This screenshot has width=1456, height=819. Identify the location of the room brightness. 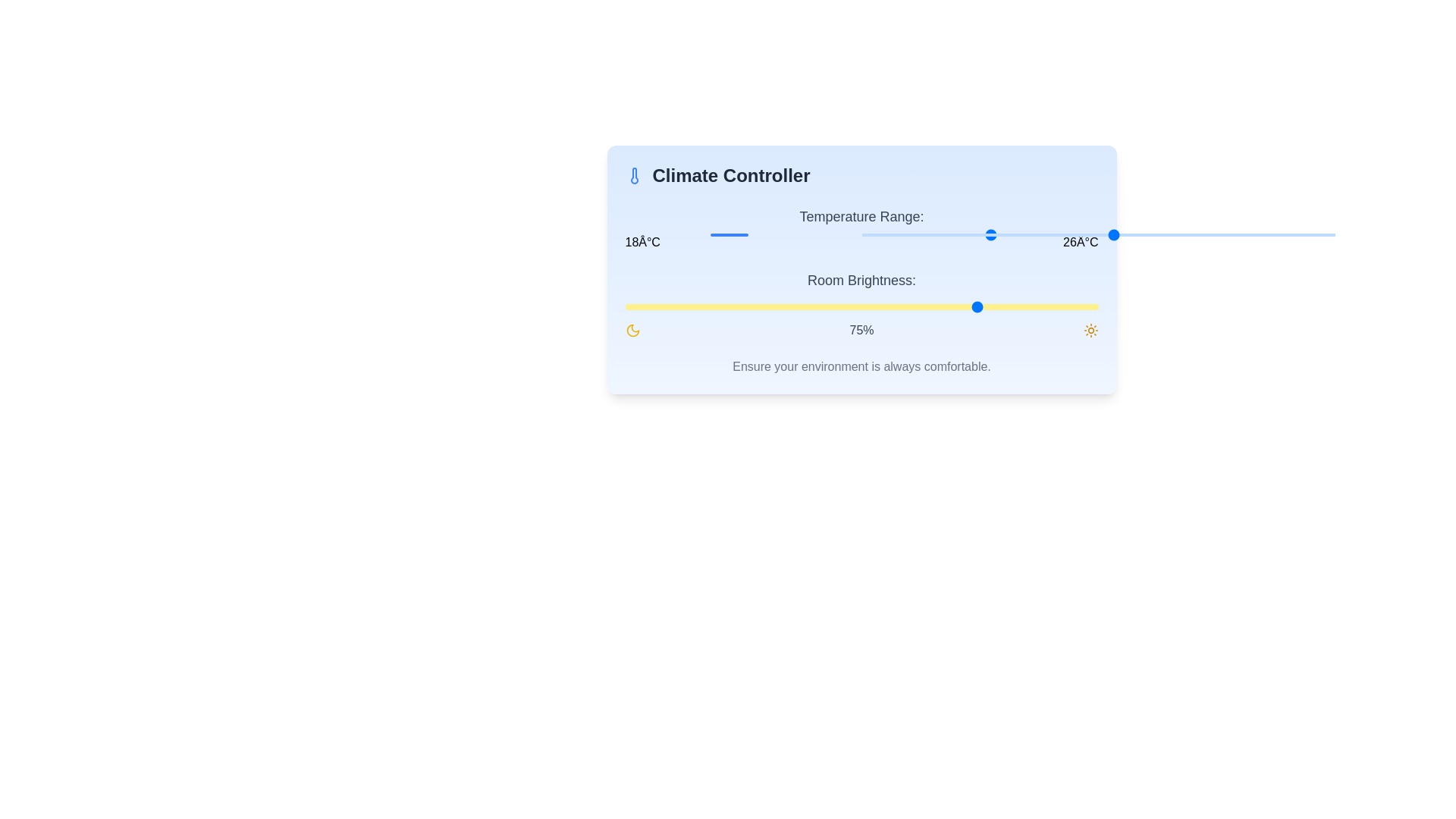
(789, 307).